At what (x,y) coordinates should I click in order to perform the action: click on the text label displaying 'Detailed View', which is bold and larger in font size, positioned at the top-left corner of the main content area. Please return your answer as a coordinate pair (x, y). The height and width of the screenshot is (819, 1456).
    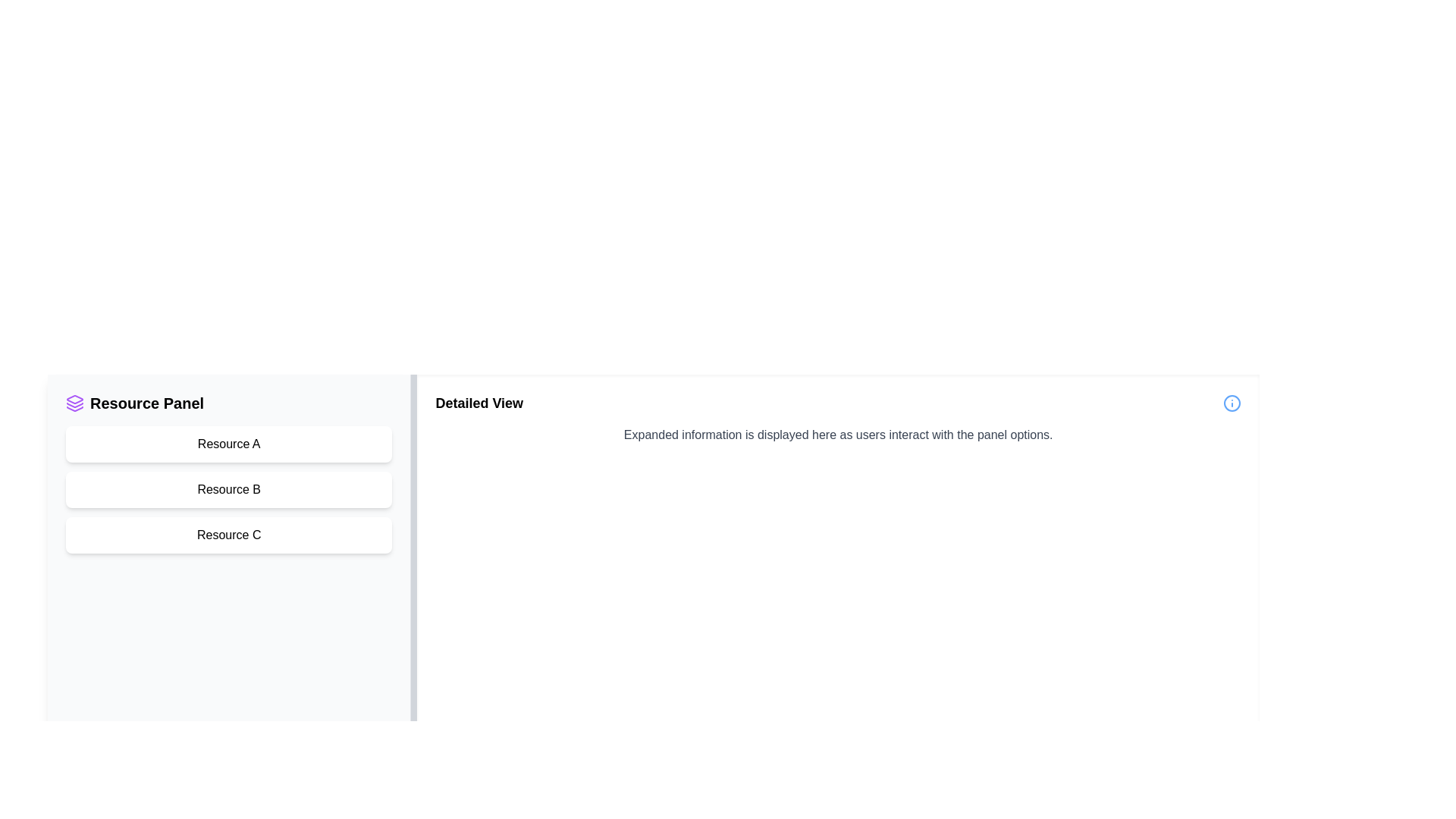
    Looking at the image, I should click on (479, 403).